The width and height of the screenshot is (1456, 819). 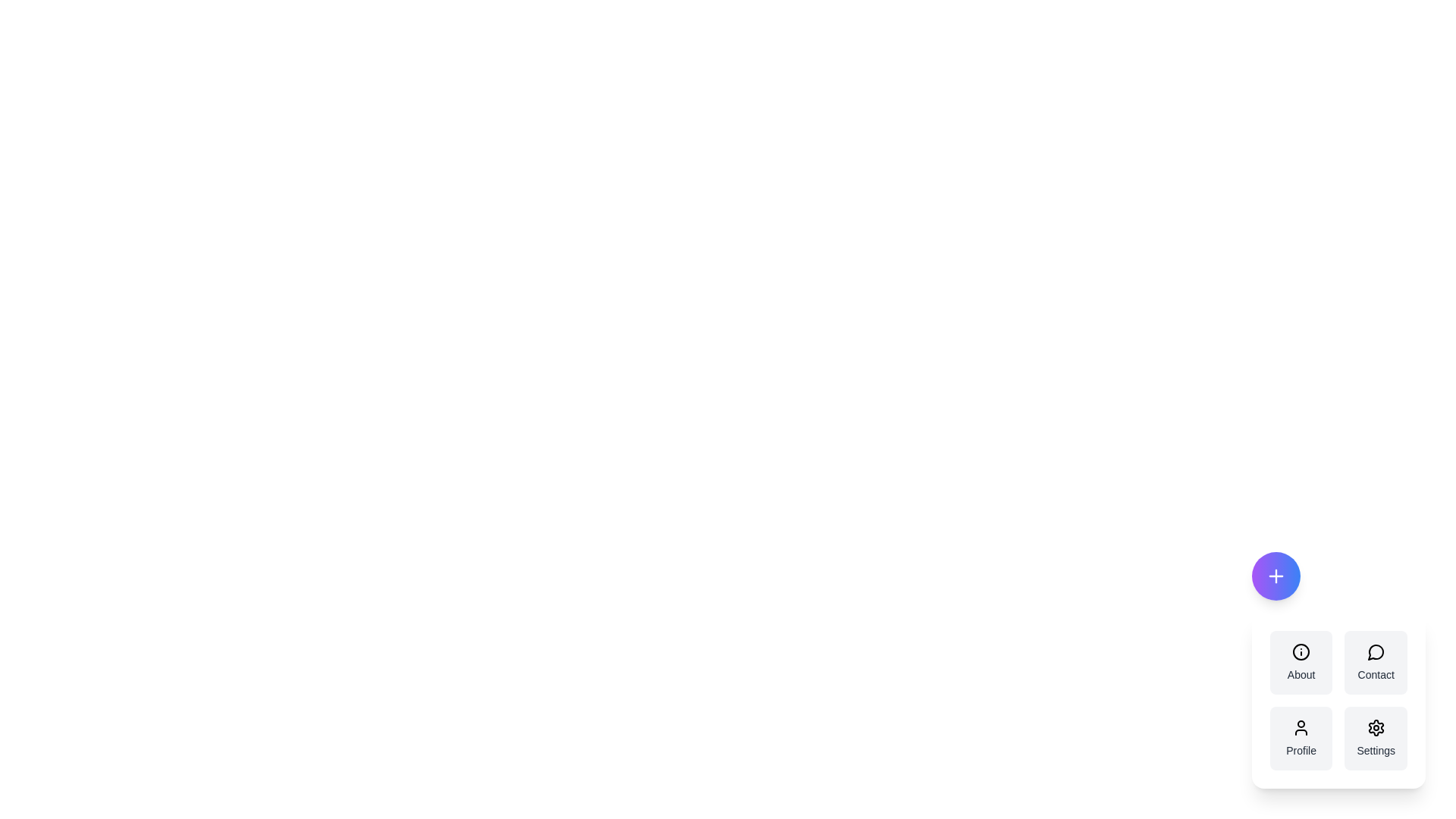 What do you see at coordinates (1275, 576) in the screenshot?
I see `the speed dial button to collapse the menu` at bounding box center [1275, 576].